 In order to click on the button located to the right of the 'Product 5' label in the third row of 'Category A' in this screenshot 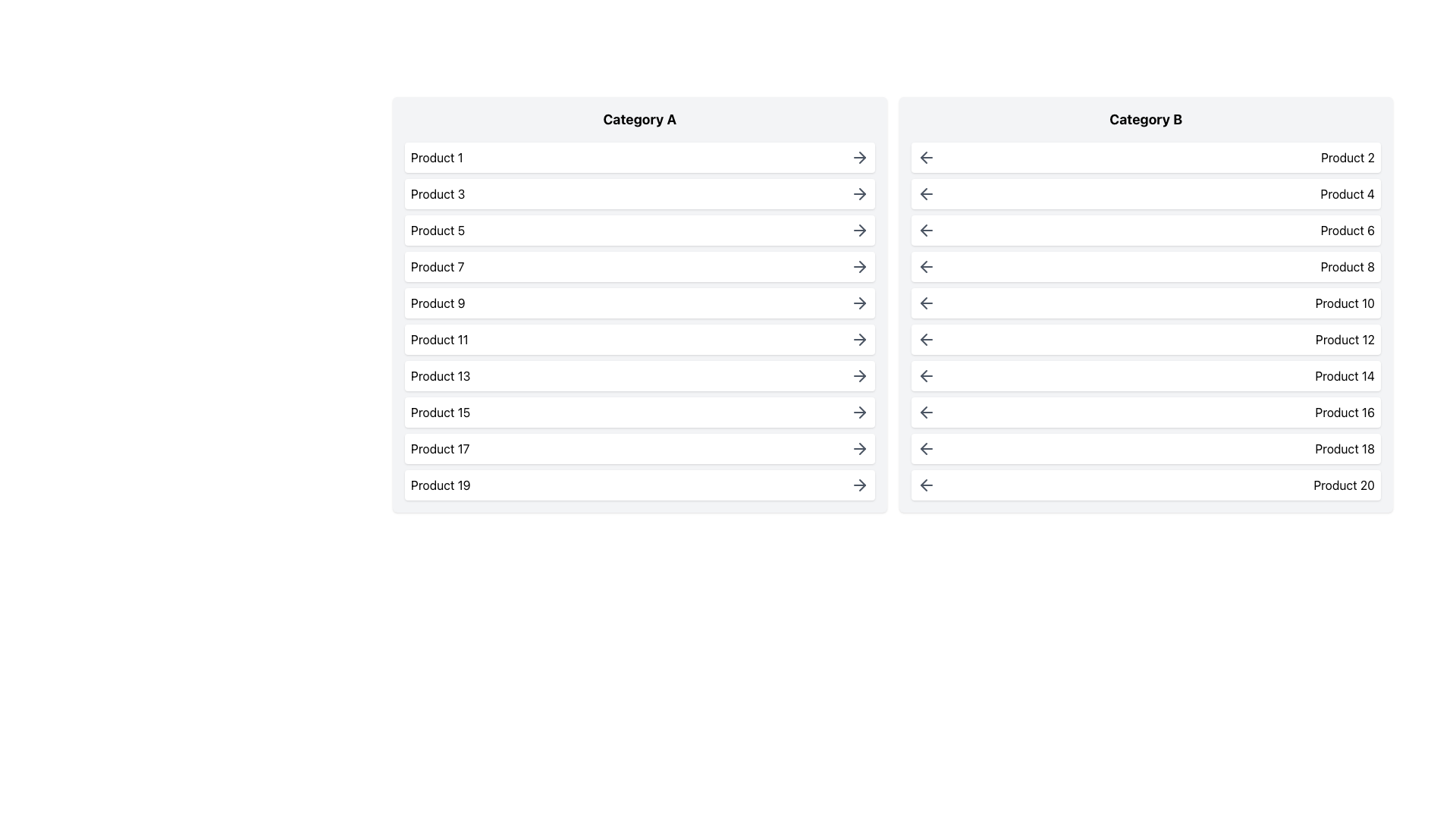, I will do `click(859, 231)`.